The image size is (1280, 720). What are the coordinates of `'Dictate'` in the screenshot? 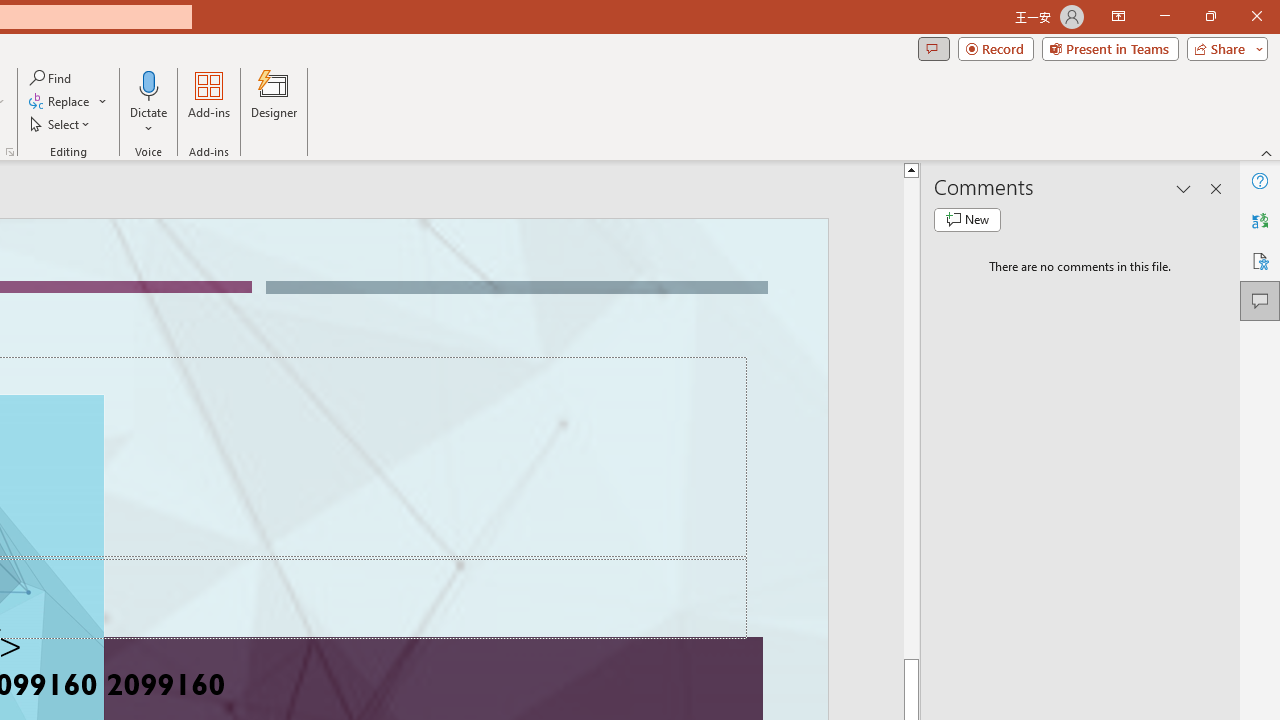 It's located at (148, 84).